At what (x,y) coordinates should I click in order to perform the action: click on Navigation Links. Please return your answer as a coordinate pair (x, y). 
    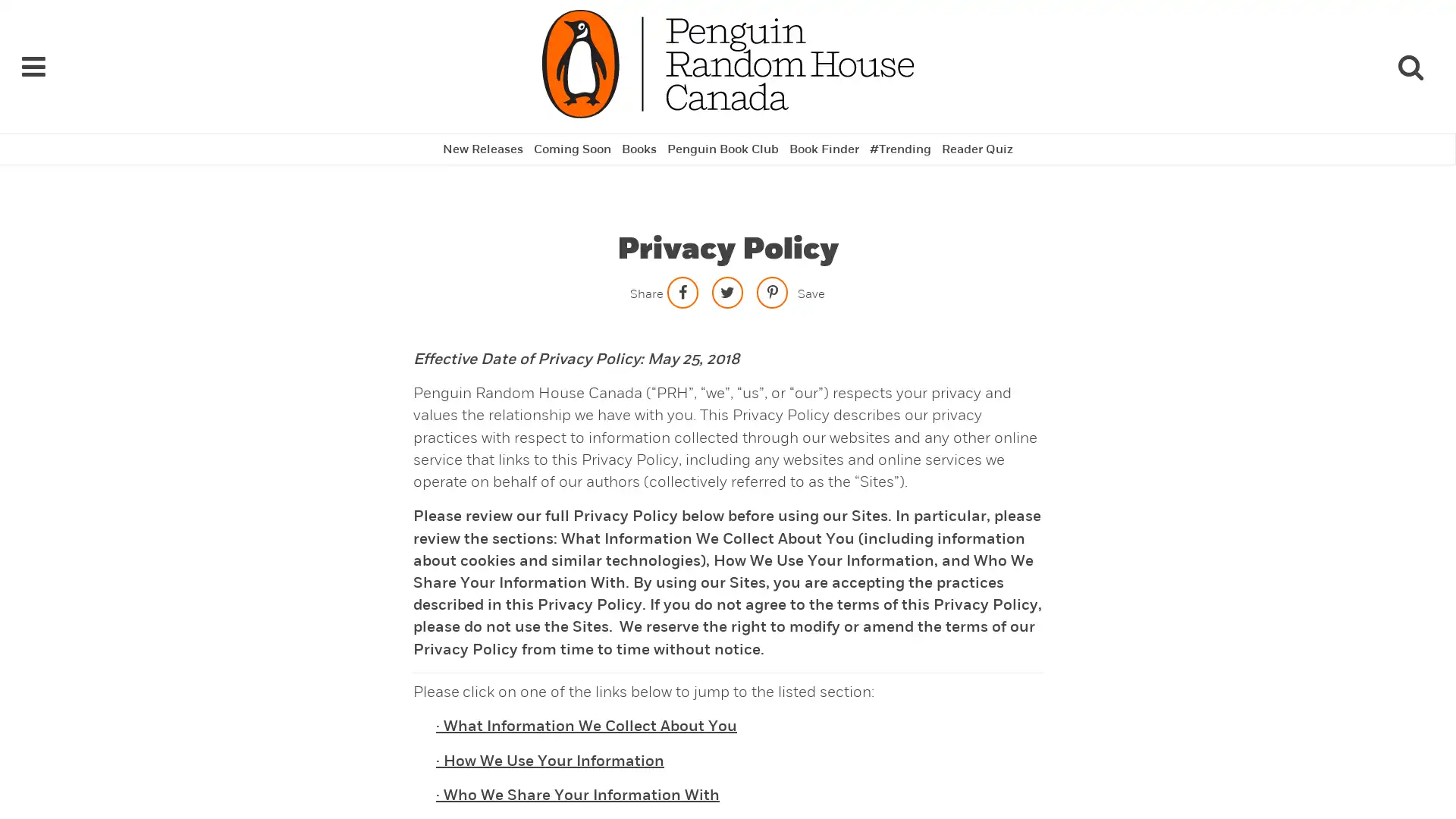
    Looking at the image, I should click on (33, 40).